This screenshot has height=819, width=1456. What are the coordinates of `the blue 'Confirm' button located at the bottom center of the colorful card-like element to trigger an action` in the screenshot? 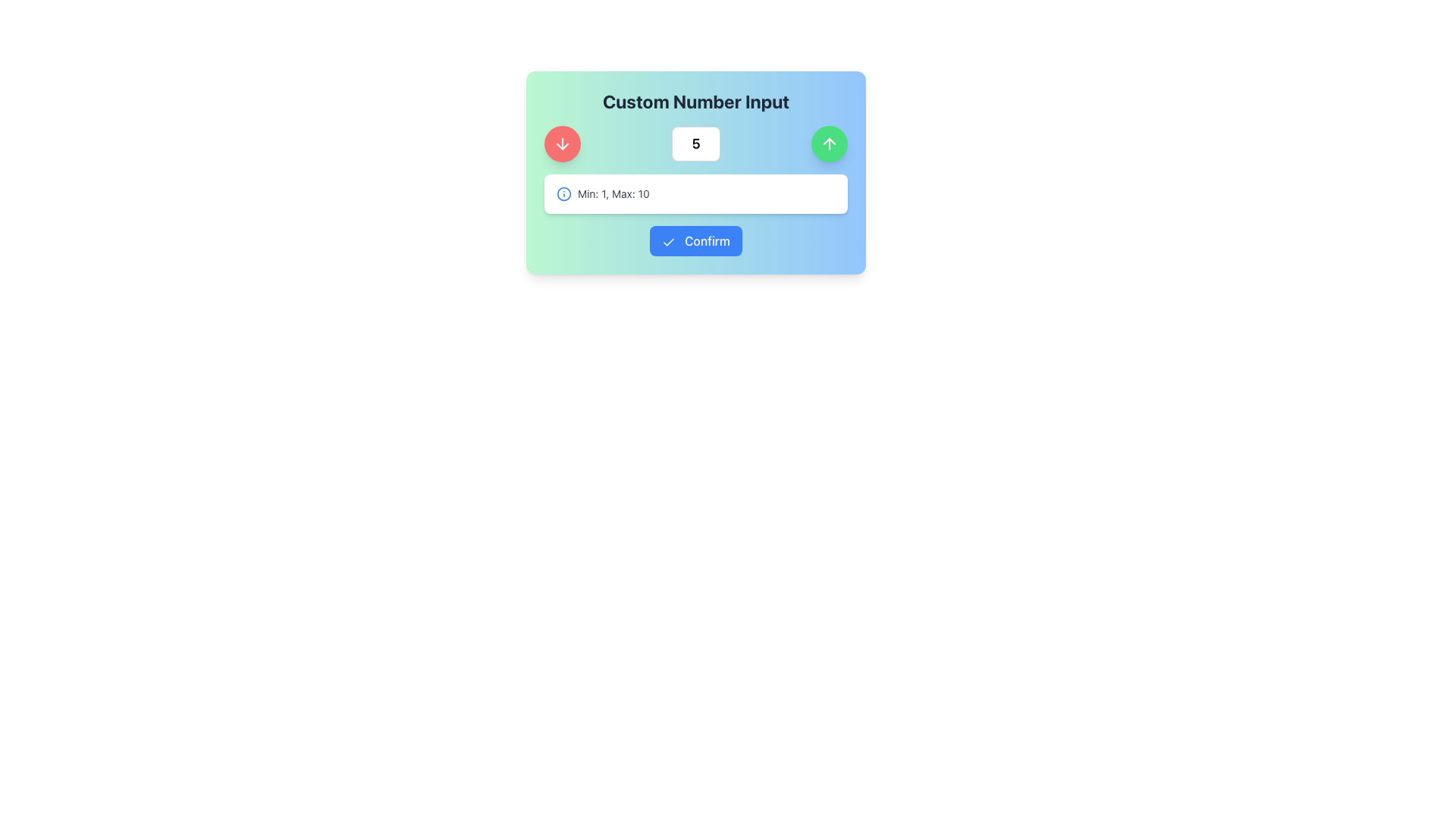 It's located at (695, 240).